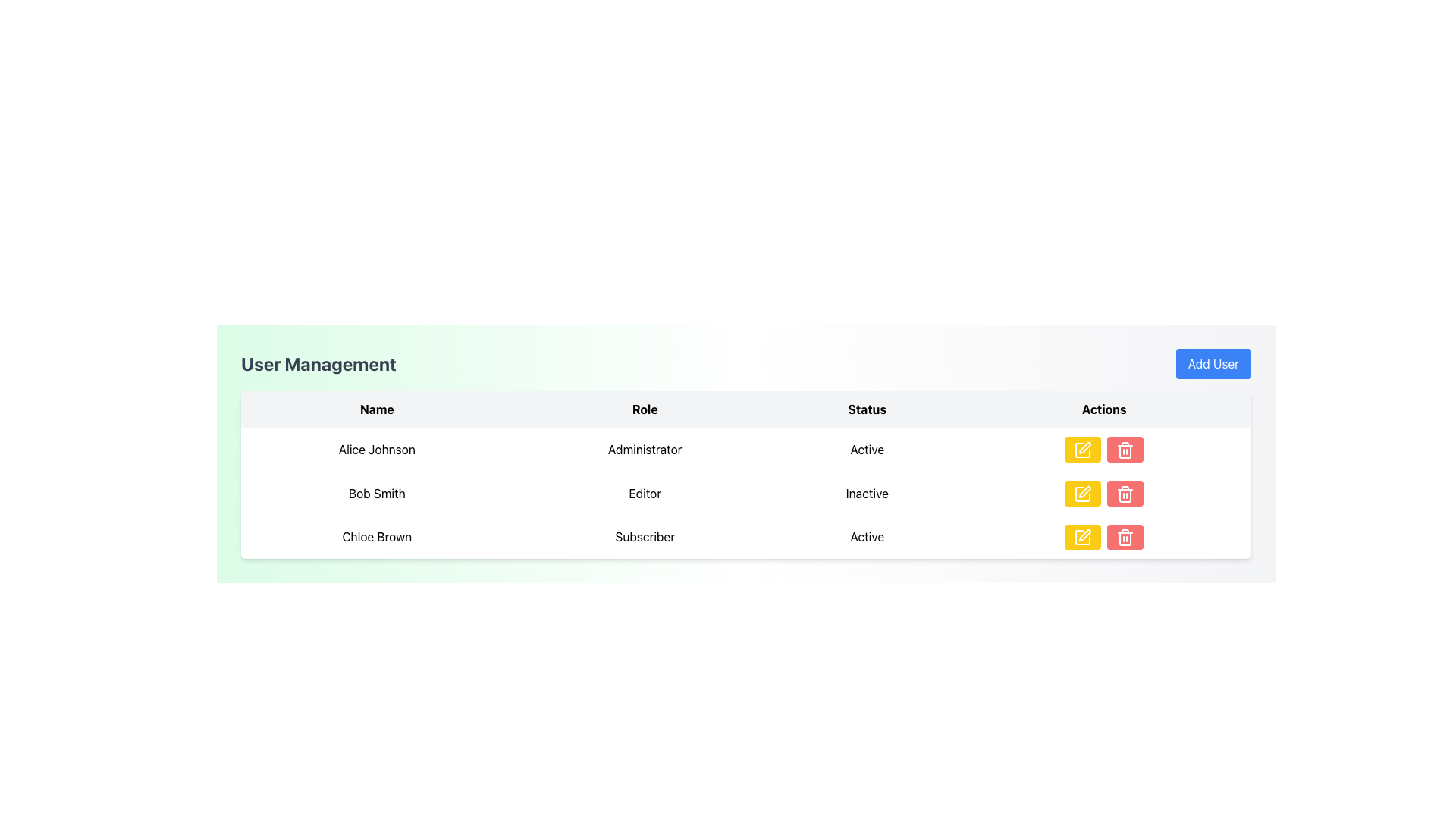 The width and height of the screenshot is (1456, 819). Describe the element at coordinates (1082, 449) in the screenshot. I see `the pencil icon in the 'Actions' column of the first row associated with user 'Alice Johnson'` at that location.